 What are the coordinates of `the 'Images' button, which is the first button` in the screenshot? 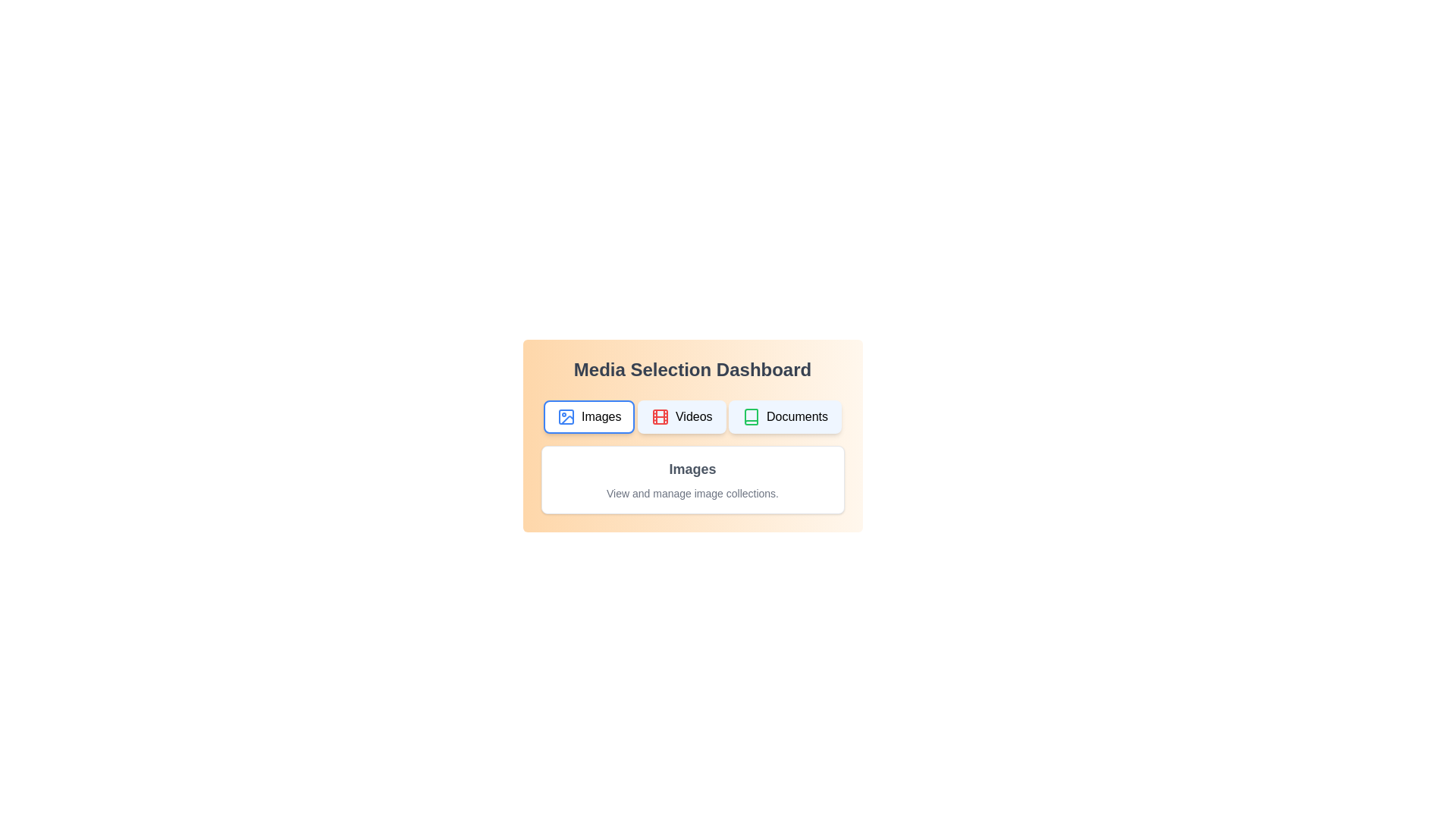 It's located at (588, 417).